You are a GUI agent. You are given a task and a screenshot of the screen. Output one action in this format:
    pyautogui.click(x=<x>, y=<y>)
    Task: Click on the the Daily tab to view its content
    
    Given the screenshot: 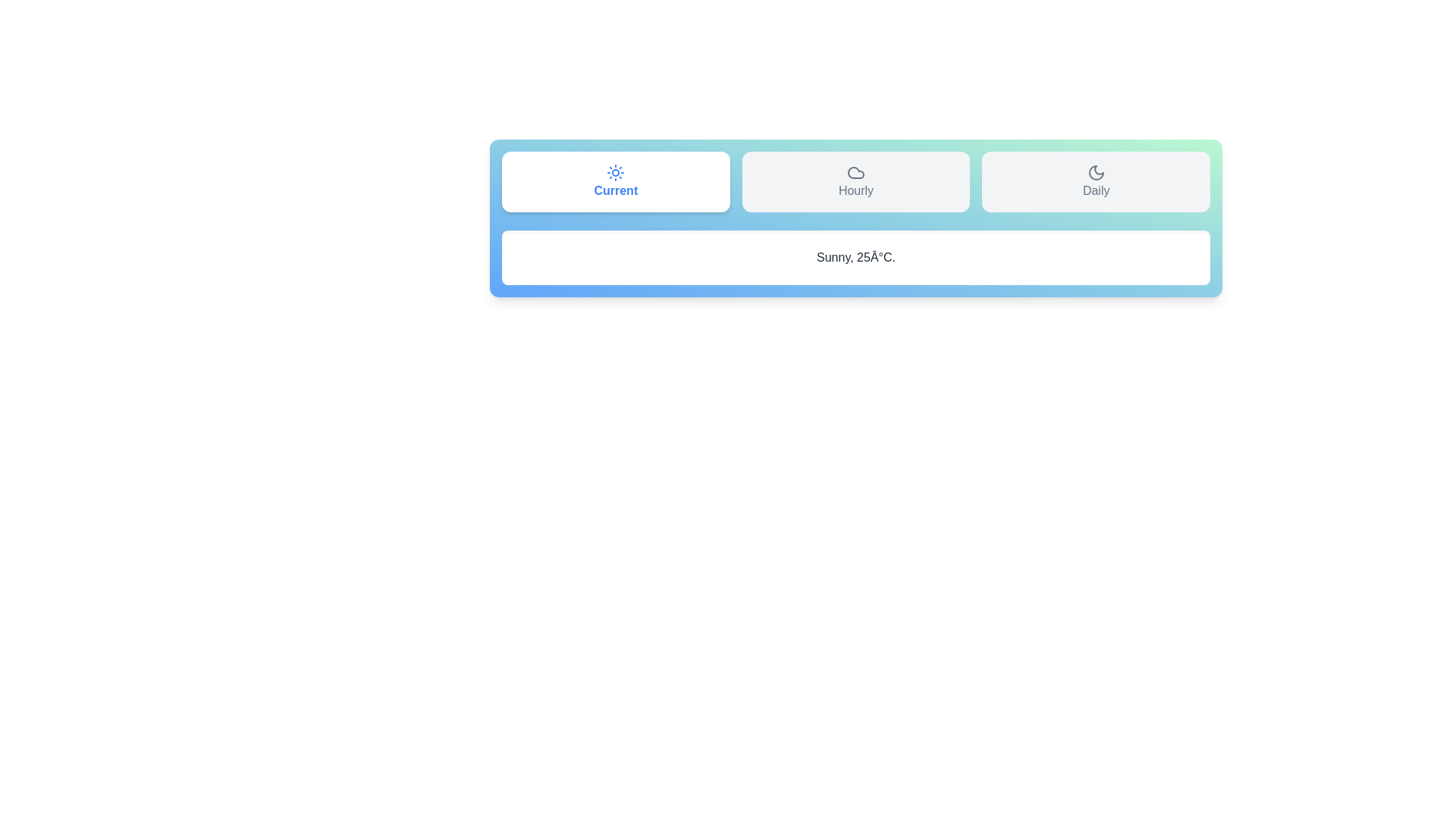 What is the action you would take?
    pyautogui.click(x=1096, y=180)
    